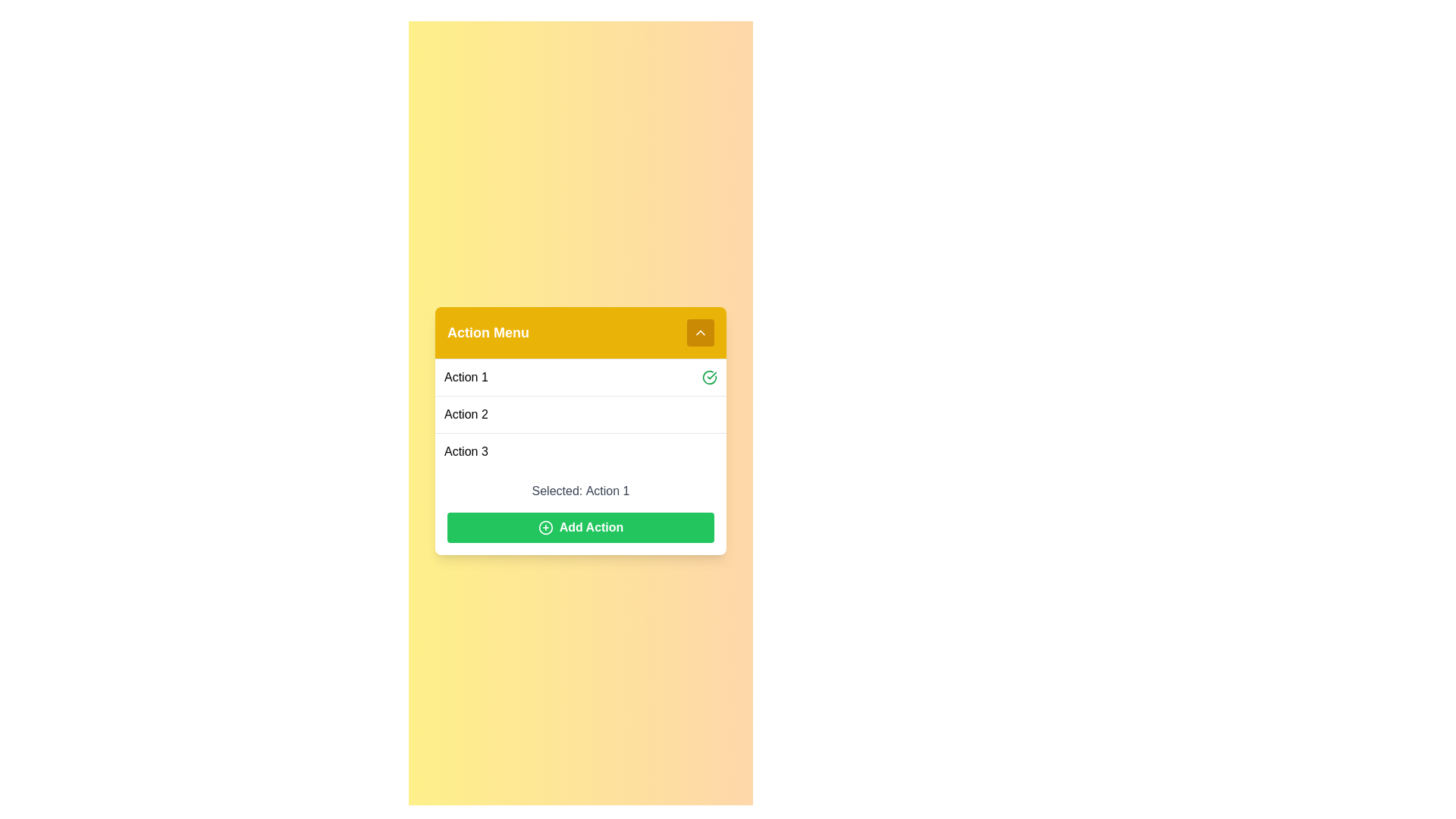 The width and height of the screenshot is (1456, 819). I want to click on the visual indicator icon located at the rightmost part of the row labeled 'Action 1' in the Action Menu, which signifies that Action 1 is selected or marked as complete, so click(709, 376).